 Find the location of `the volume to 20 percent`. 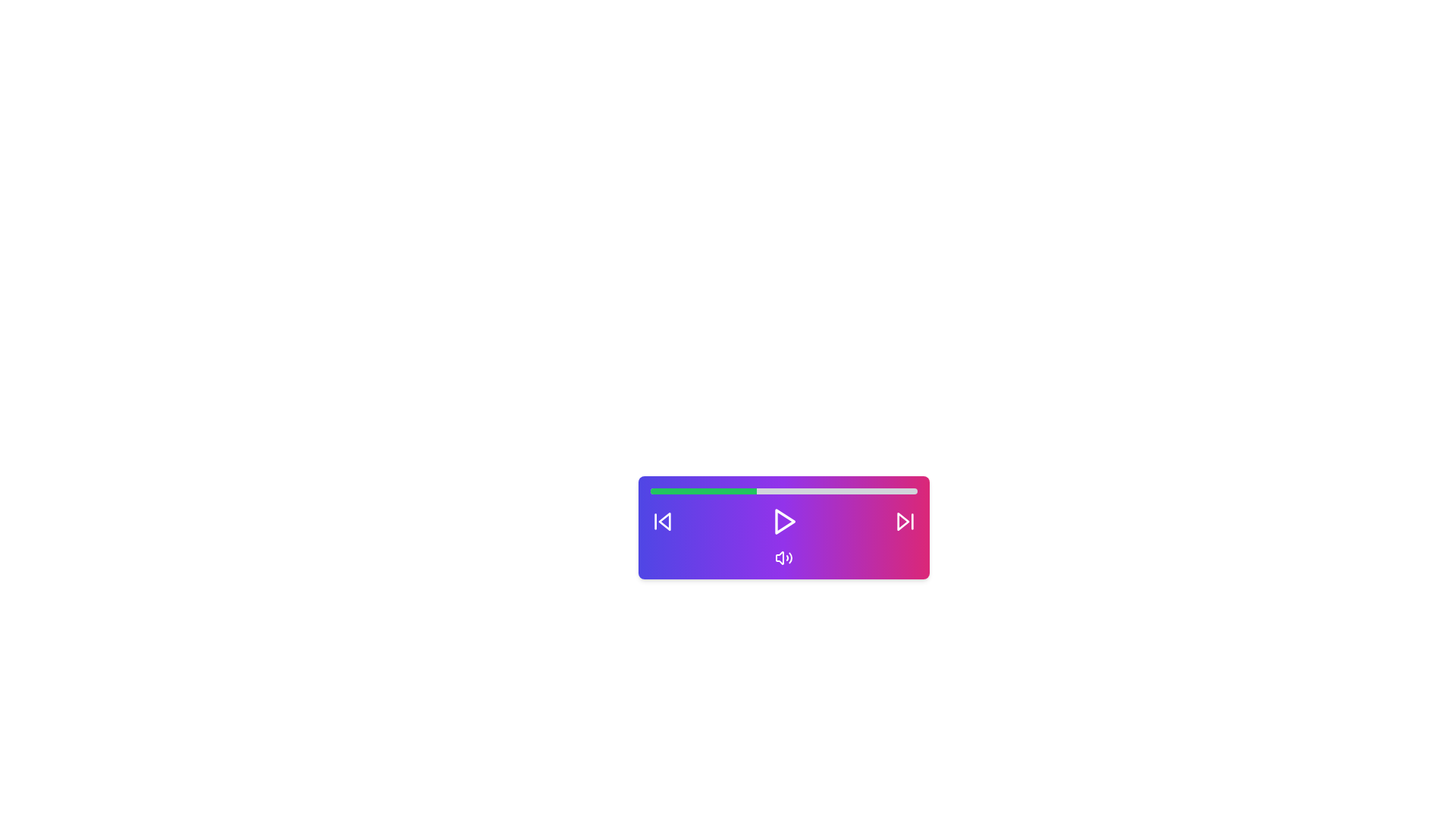

the volume to 20 percent is located at coordinates (702, 491).